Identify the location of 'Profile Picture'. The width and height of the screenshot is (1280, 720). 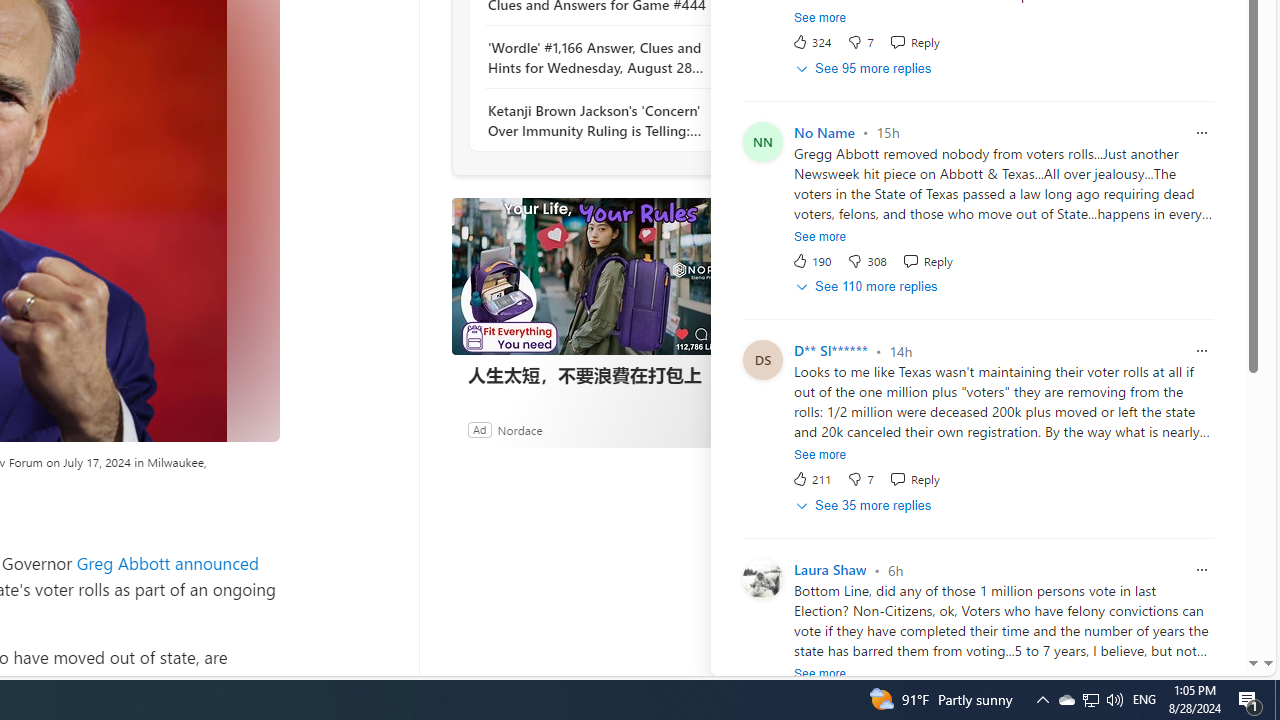
(761, 579).